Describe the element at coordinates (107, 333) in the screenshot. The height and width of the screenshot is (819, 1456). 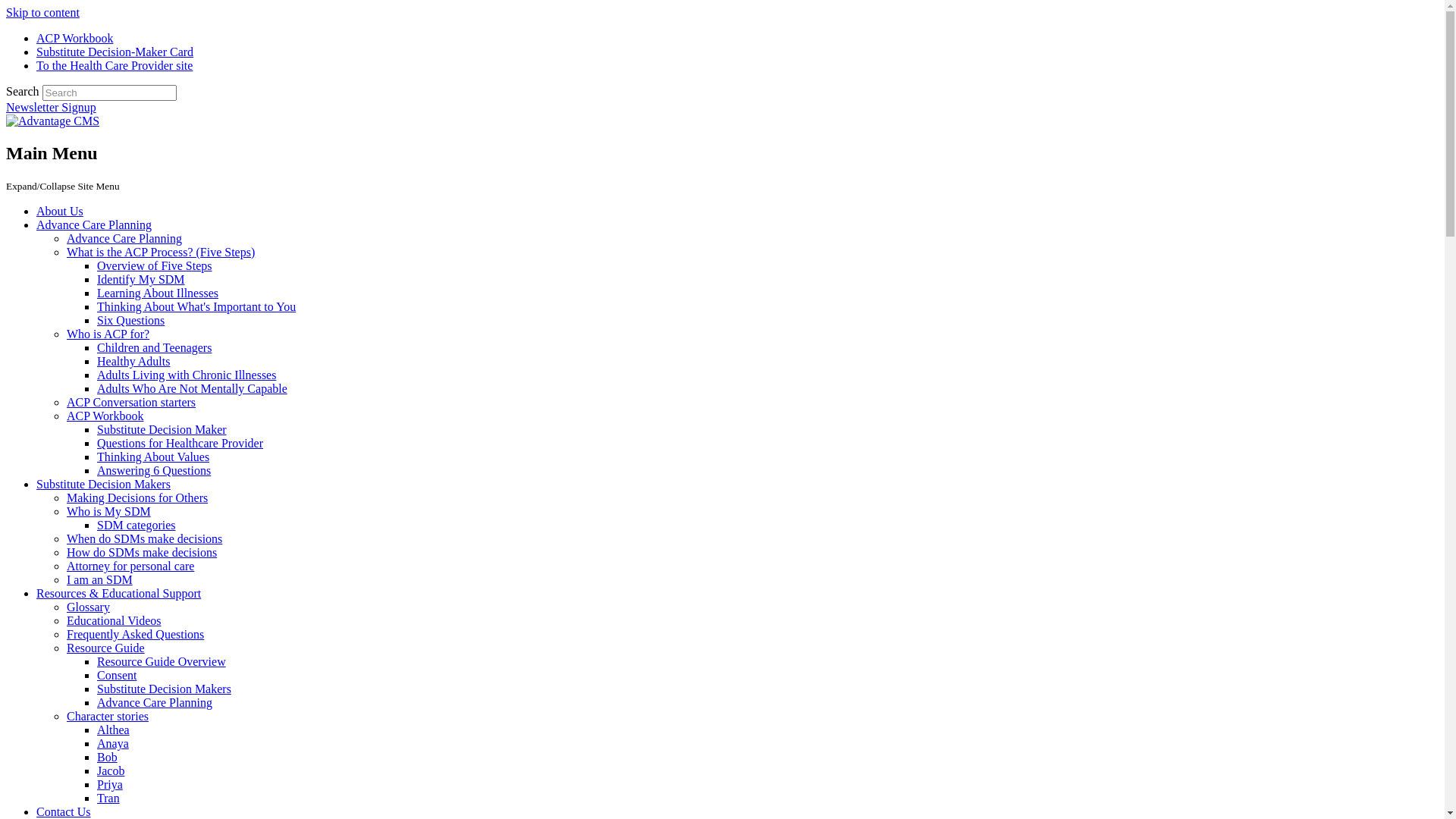
I see `'Who is ACP for?'` at that location.